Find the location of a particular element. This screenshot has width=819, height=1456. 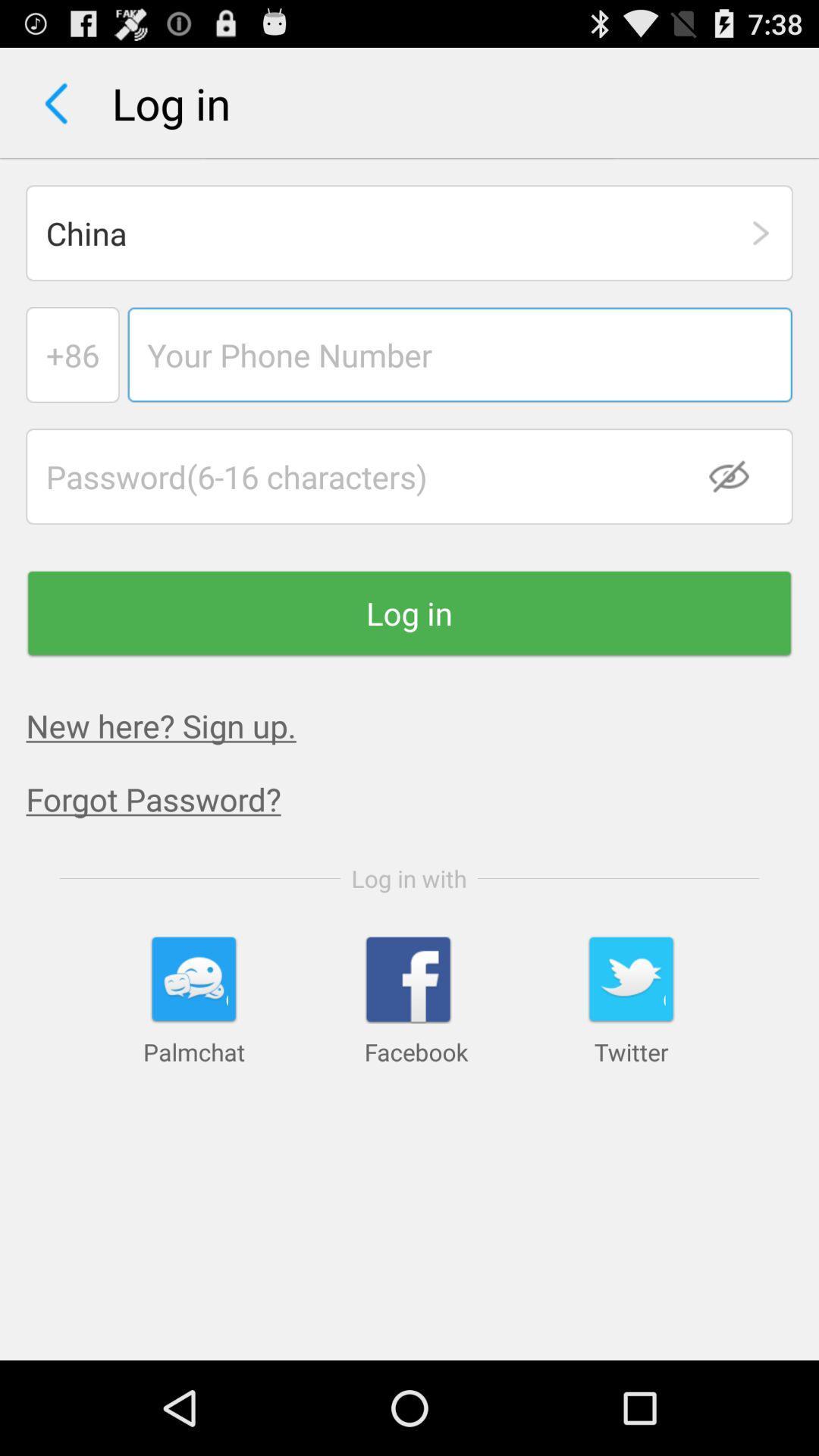

password field is located at coordinates (409, 475).